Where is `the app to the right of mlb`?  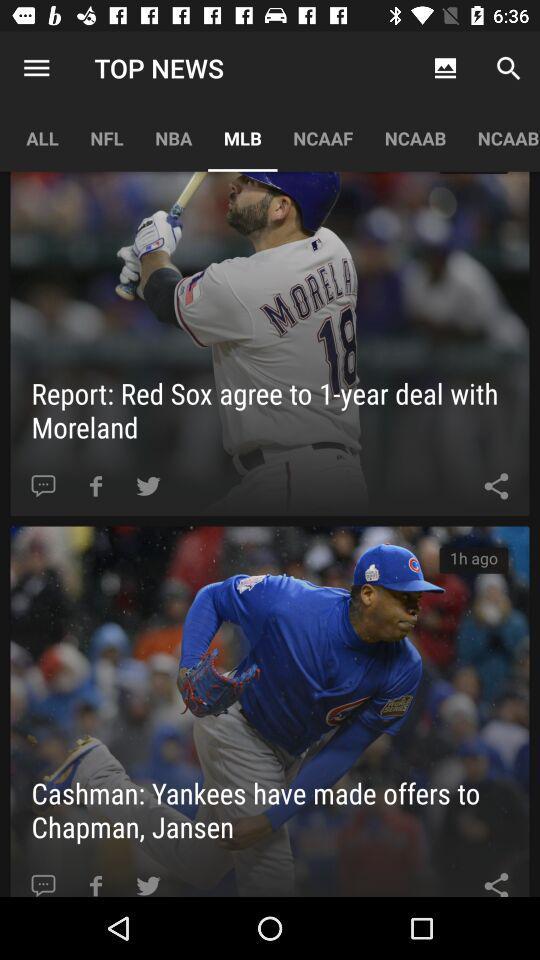
the app to the right of mlb is located at coordinates (323, 137).